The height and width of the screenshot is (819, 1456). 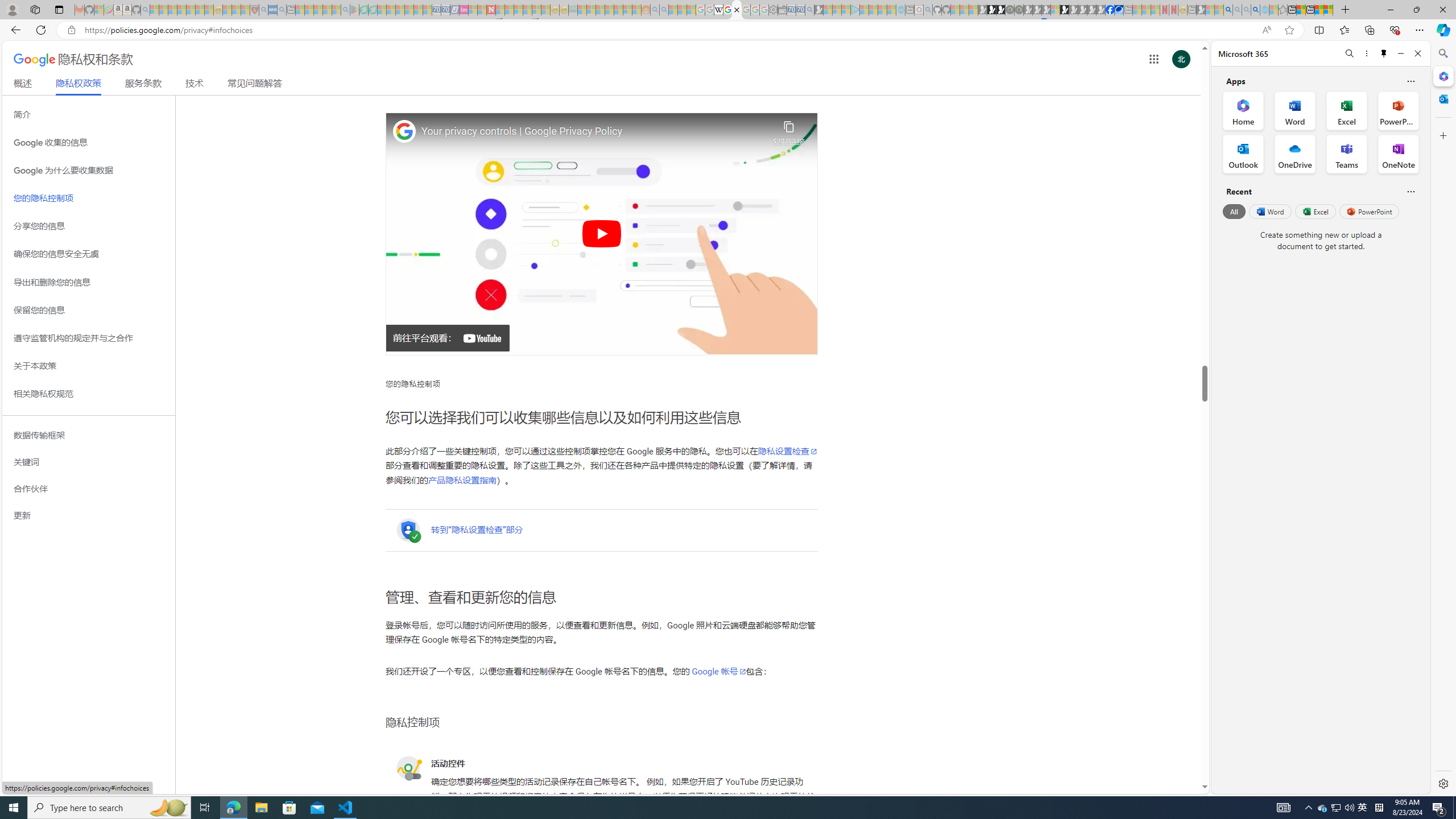 What do you see at coordinates (1300, 9) in the screenshot?
I see `'Aberdeen, Hong Kong SAR weather forecast | Microsoft Weather'` at bounding box center [1300, 9].